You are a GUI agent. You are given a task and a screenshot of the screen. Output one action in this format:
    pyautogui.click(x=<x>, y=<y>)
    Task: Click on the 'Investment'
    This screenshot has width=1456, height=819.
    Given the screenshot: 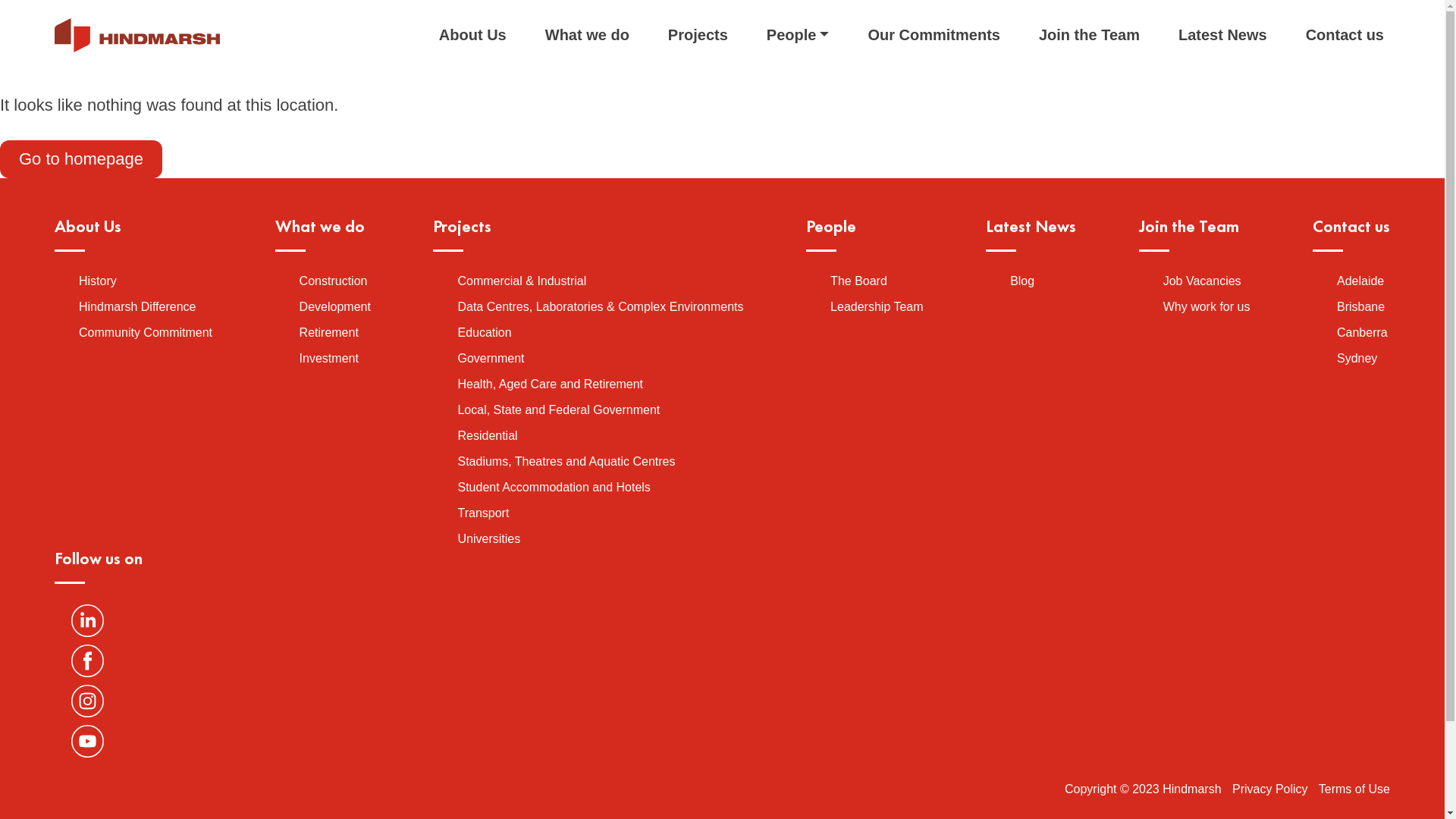 What is the action you would take?
    pyautogui.click(x=328, y=358)
    